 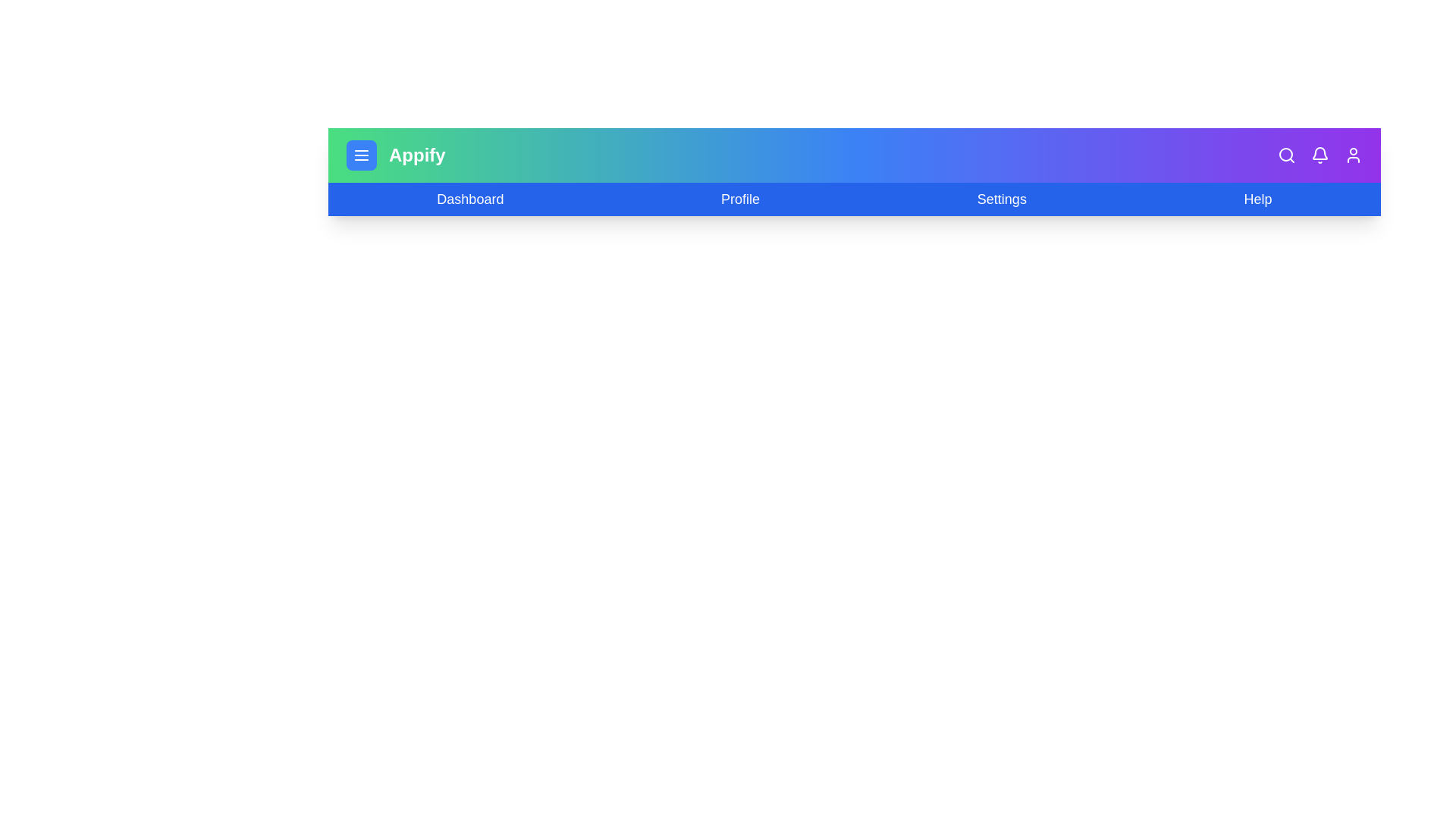 What do you see at coordinates (1354, 155) in the screenshot?
I see `the user icon to trigger account actions` at bounding box center [1354, 155].